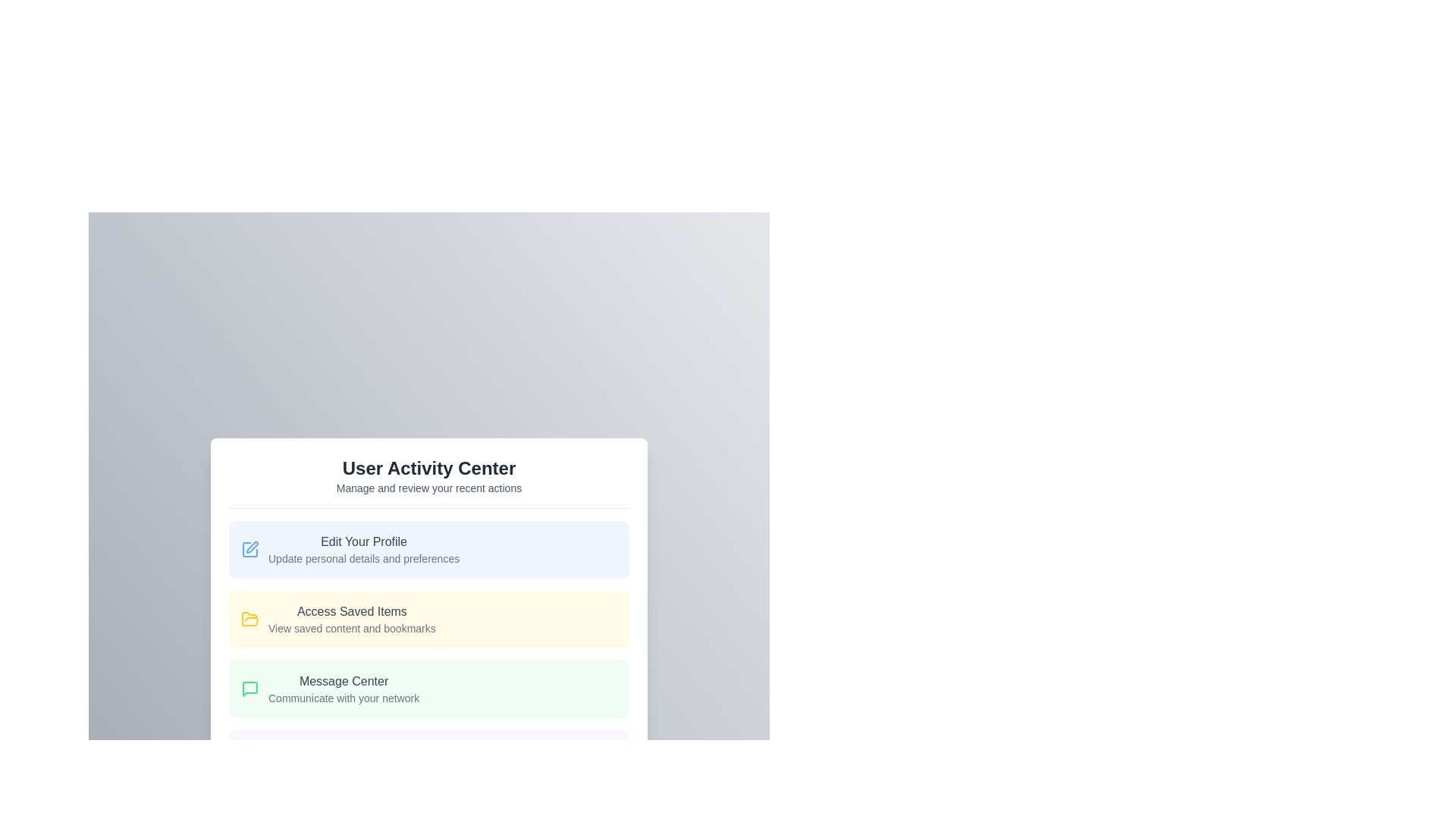 The image size is (1456, 819). Describe the element at coordinates (343, 680) in the screenshot. I see `static text label 'Message Center' which is displayed in a medium-weight font and dark gray color, located within a card in the lower section of the central list` at that location.